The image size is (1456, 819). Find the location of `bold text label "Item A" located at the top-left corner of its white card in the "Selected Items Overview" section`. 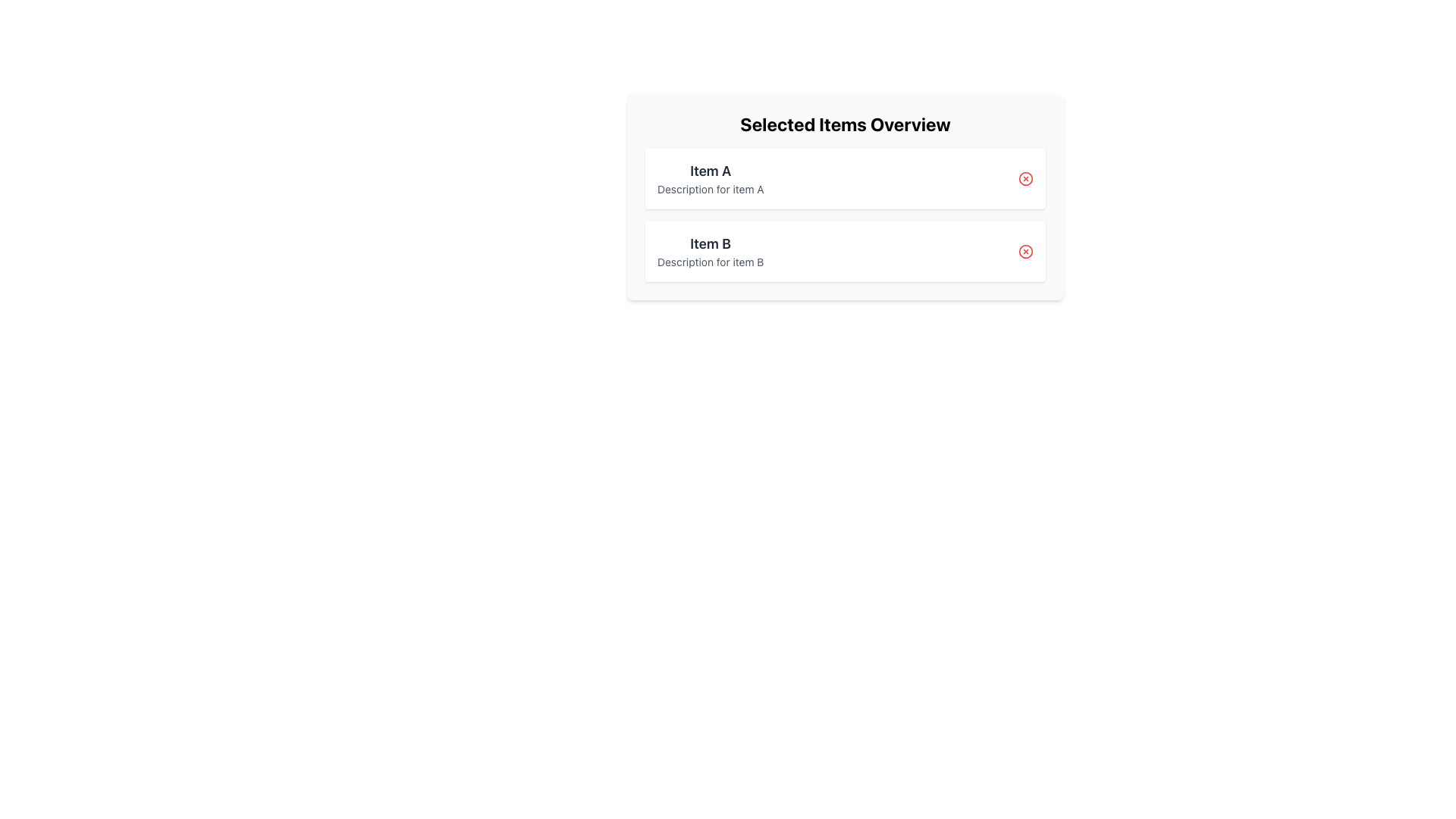

bold text label "Item A" located at the top-left corner of its white card in the "Selected Items Overview" section is located at coordinates (710, 171).